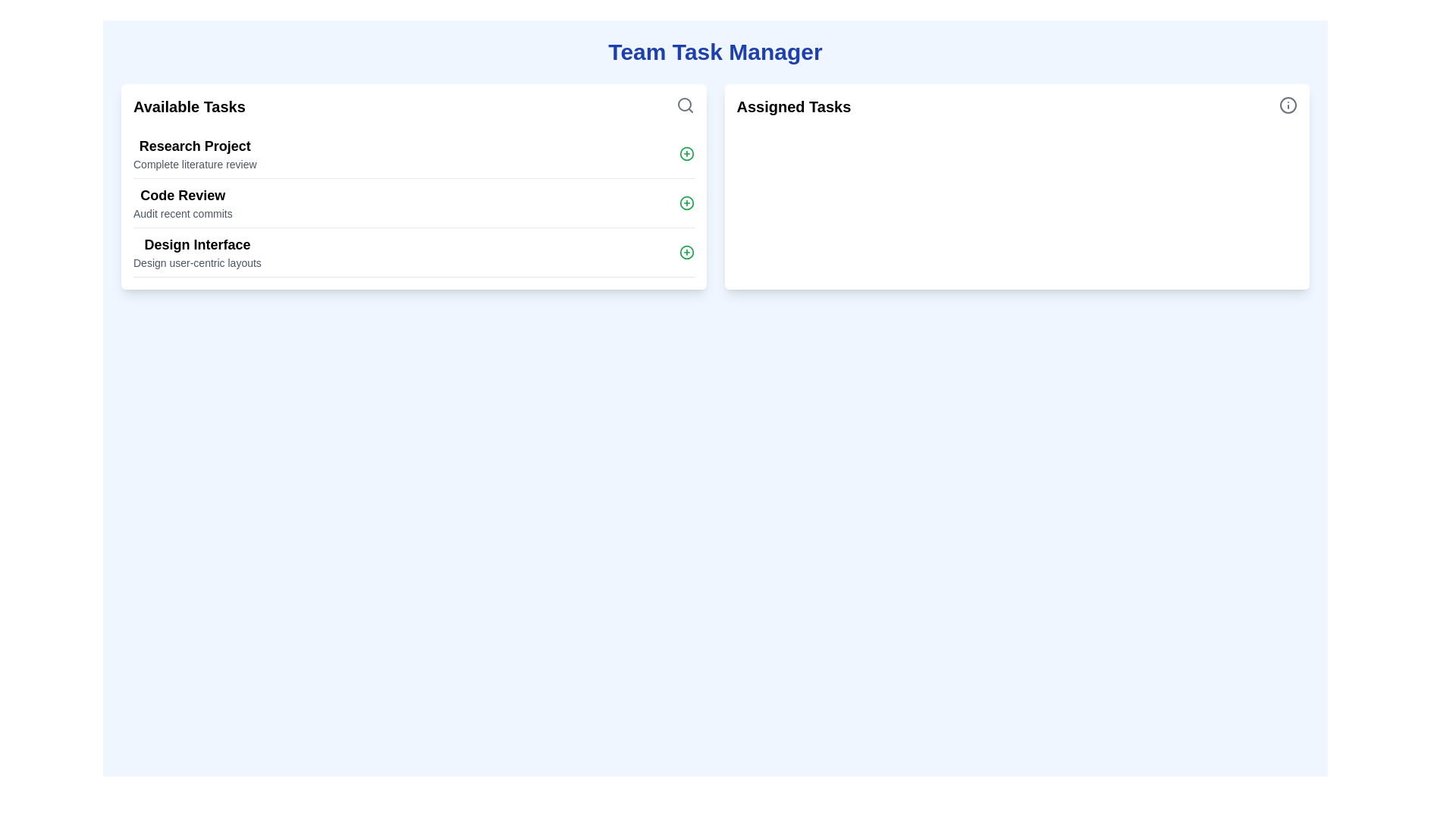 The width and height of the screenshot is (1456, 819). I want to click on the circular icon with a '+' symbol located at the top-right corner of the 'Available Tasks' card, so click(686, 154).